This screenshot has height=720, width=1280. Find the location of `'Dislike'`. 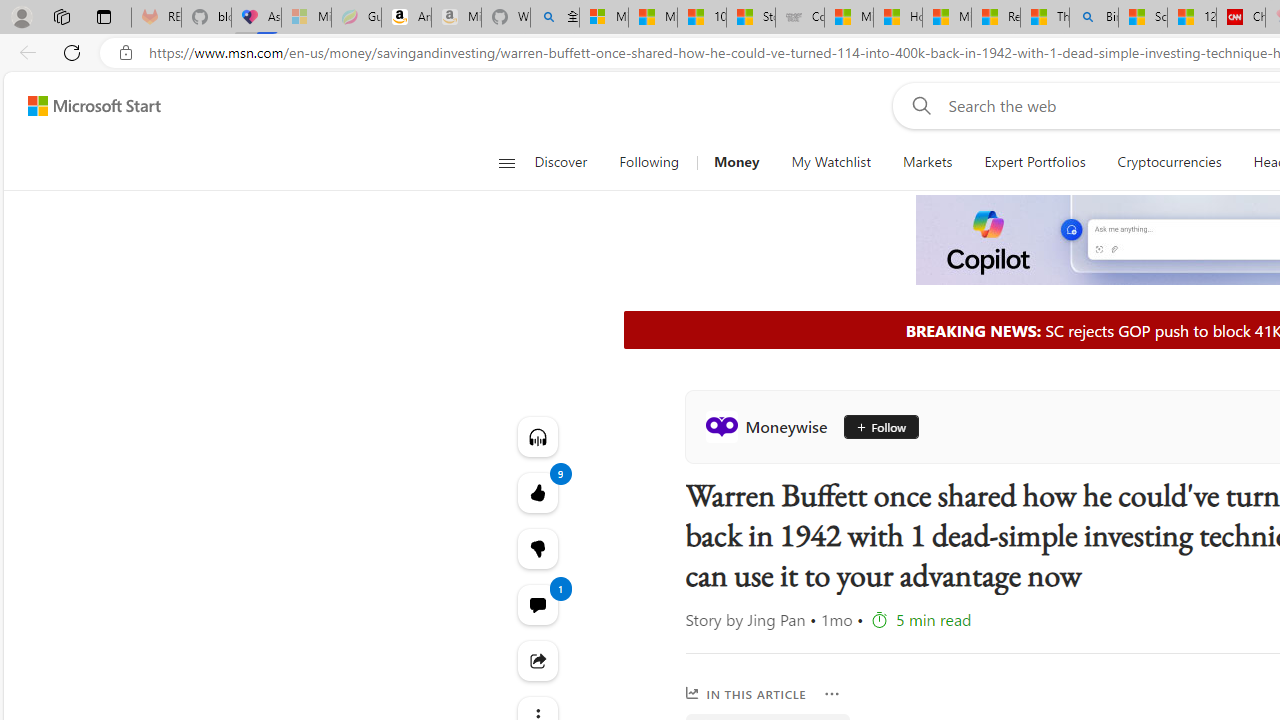

'Dislike' is located at coordinates (537, 549).